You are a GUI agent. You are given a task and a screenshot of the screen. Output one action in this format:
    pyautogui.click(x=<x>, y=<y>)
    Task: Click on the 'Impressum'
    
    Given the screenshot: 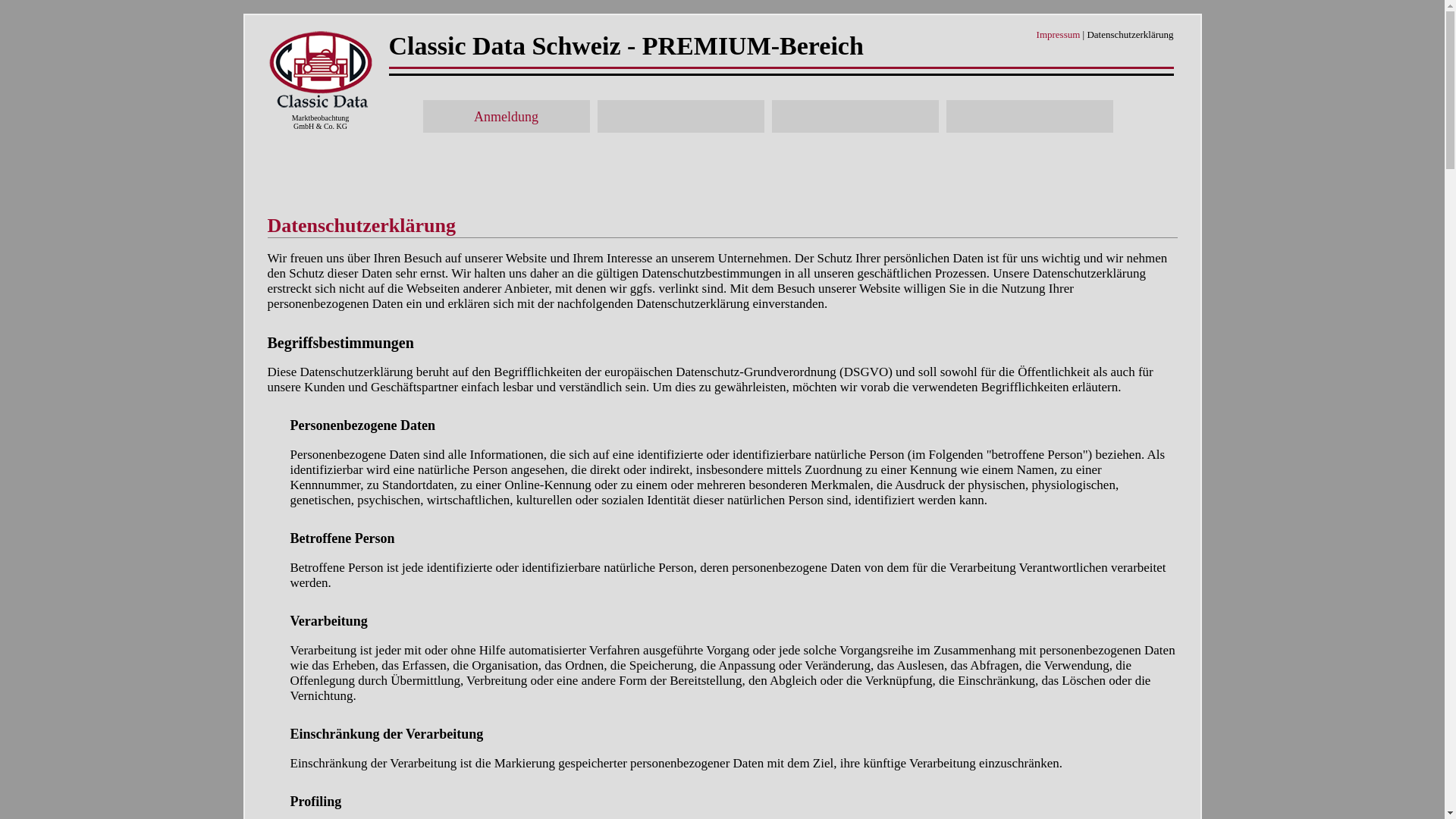 What is the action you would take?
    pyautogui.click(x=1036, y=34)
    